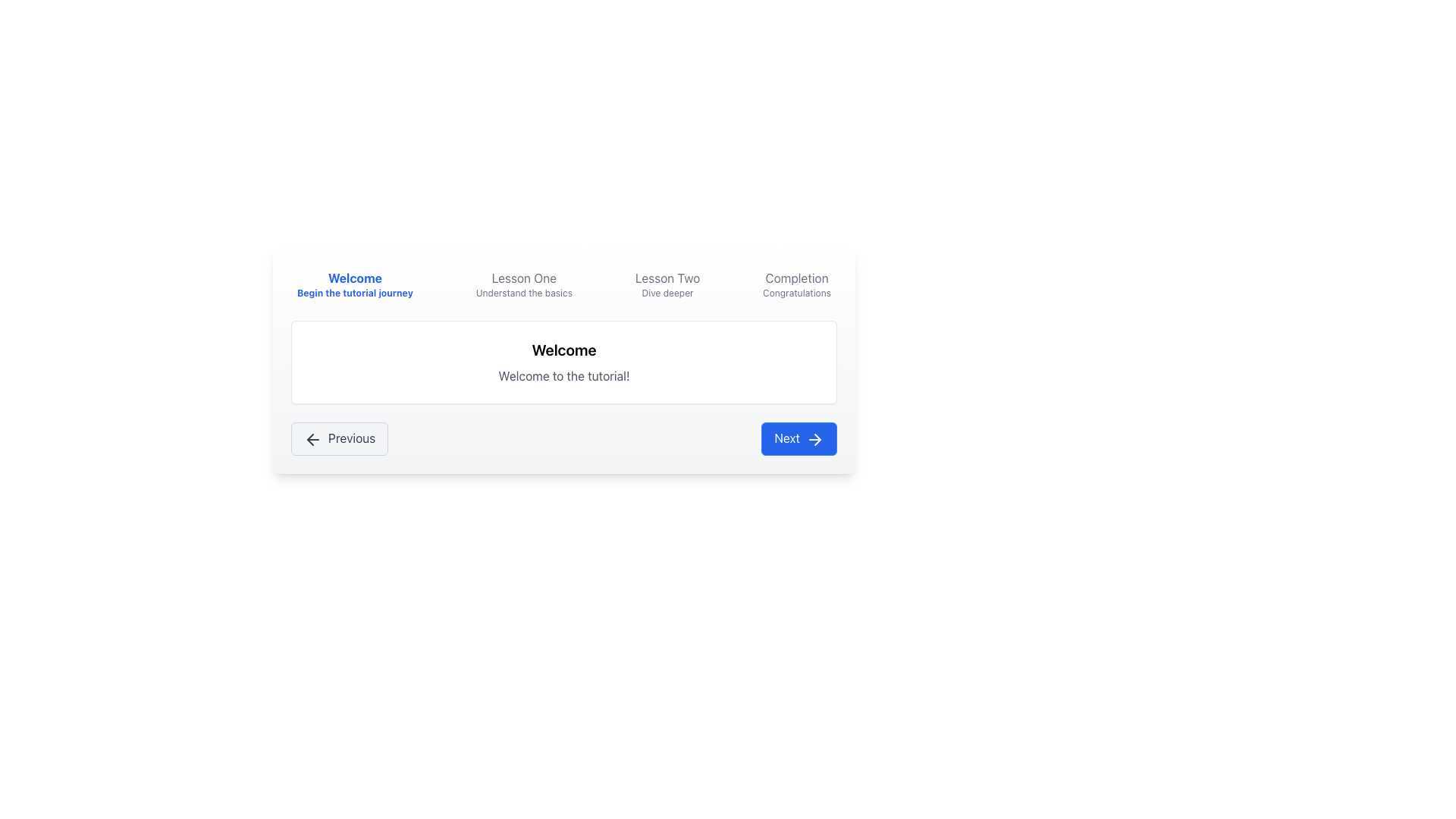  What do you see at coordinates (667, 284) in the screenshot?
I see `text of the Informational Text Block displaying 'Lesson Two' with 'Dive deeper' underneath it, which is the third item in a horizontal sequence of components` at bounding box center [667, 284].